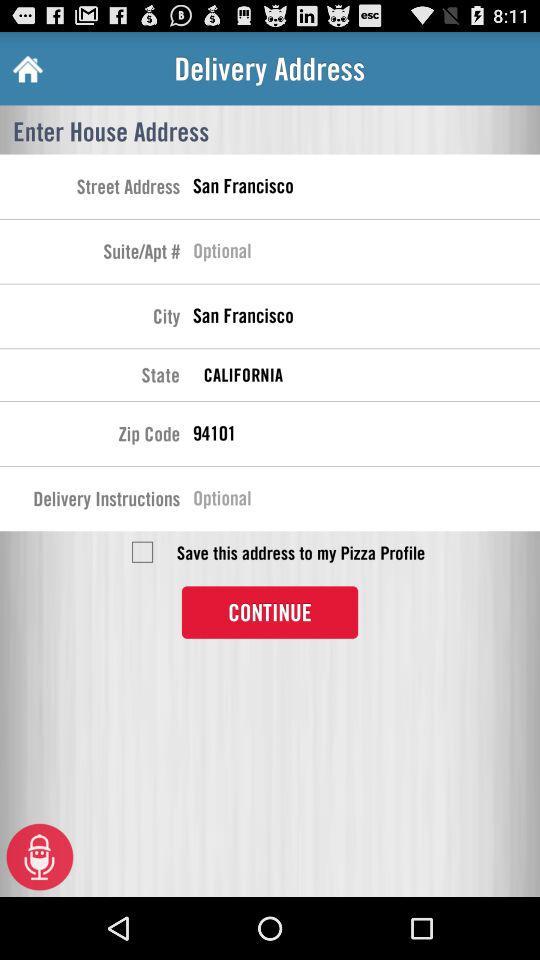  I want to click on place to enter suite or apt number, so click(365, 252).